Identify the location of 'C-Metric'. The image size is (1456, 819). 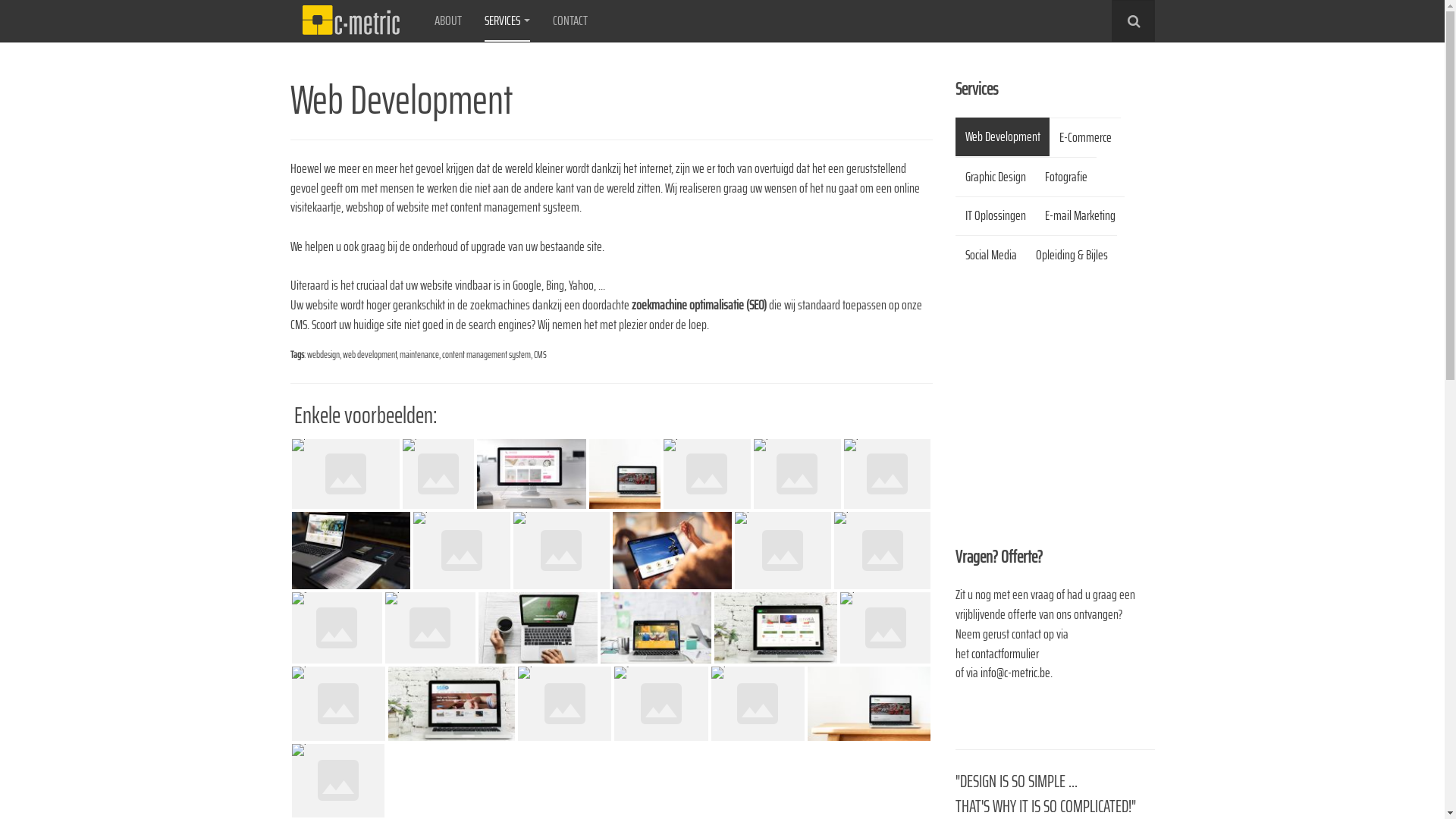
(349, 20).